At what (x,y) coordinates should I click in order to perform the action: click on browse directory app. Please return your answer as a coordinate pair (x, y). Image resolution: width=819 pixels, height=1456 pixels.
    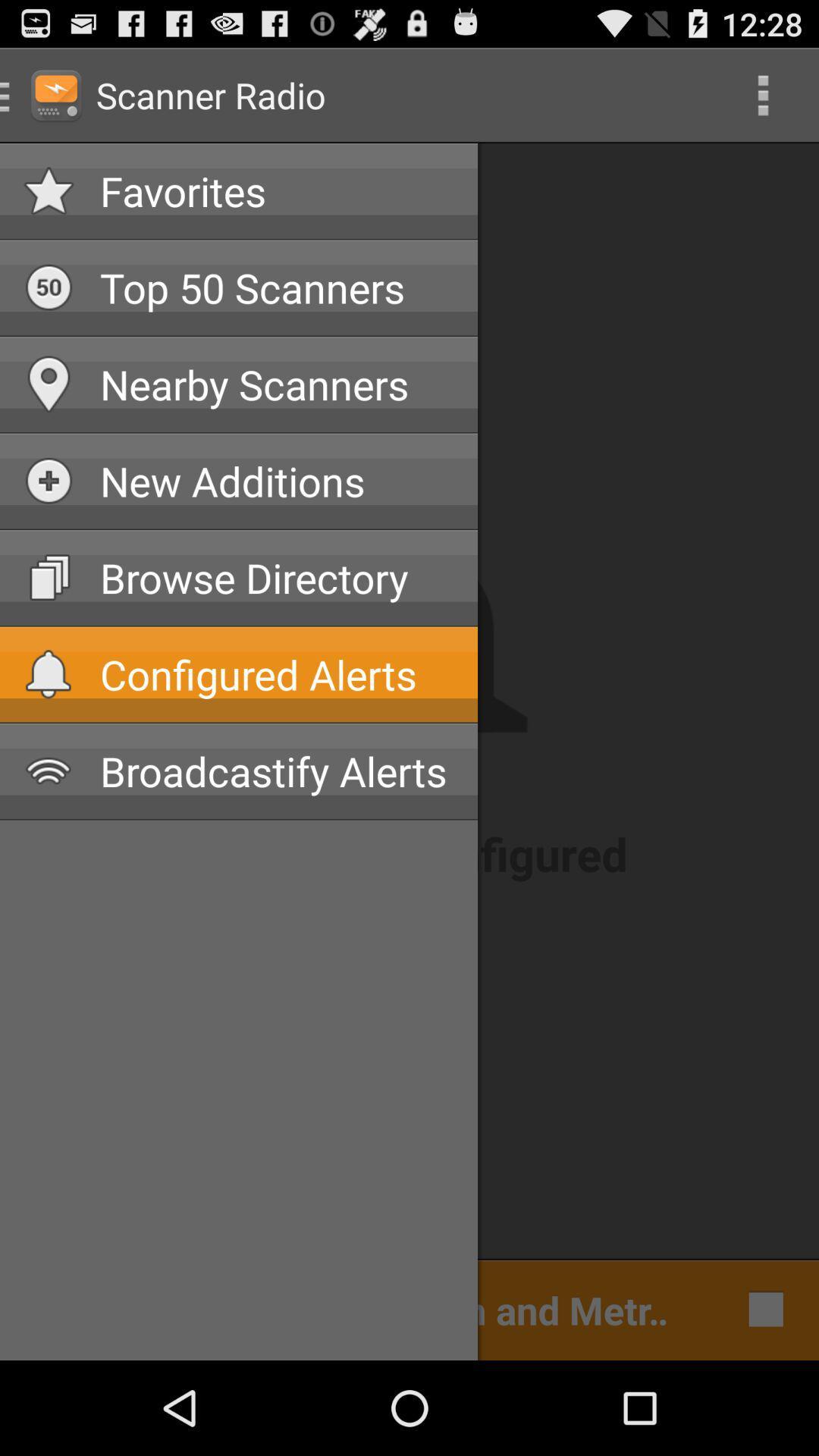
    Looking at the image, I should click on (277, 577).